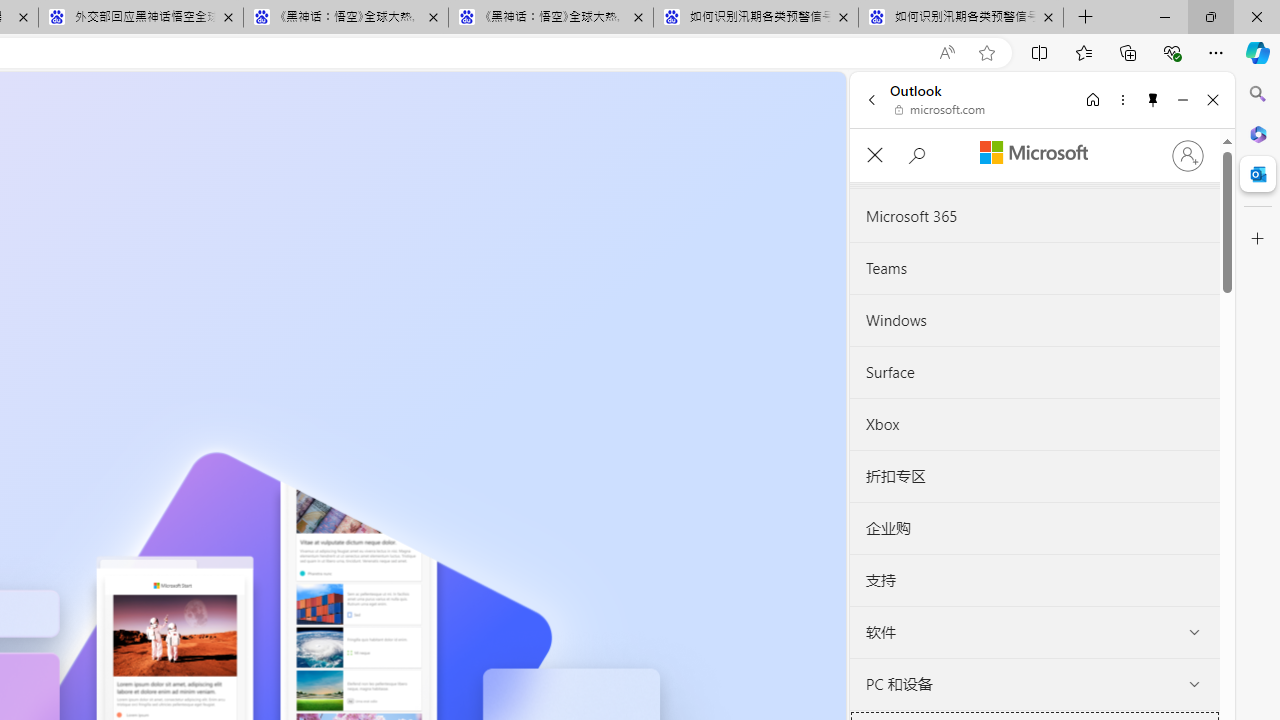 This screenshot has width=1280, height=720. What do you see at coordinates (1034, 267) in the screenshot?
I see `'Teams'` at bounding box center [1034, 267].